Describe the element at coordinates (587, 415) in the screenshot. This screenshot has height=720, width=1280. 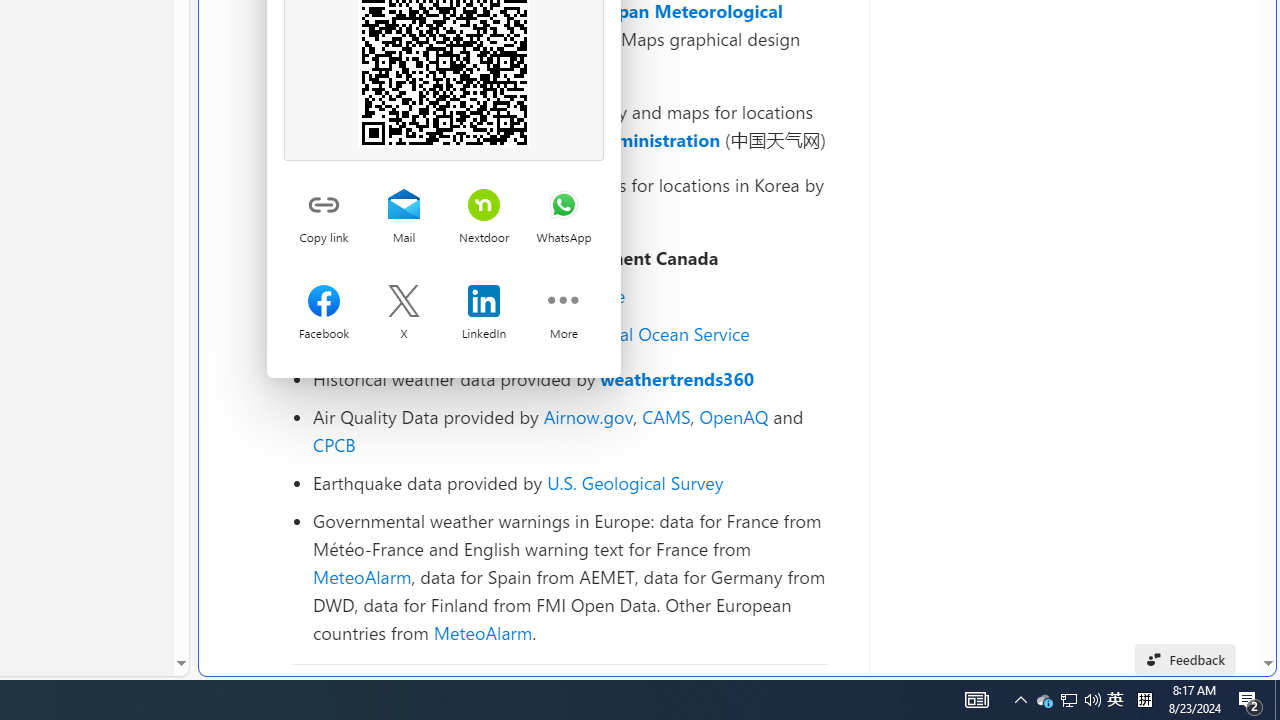
I see `'Airnow.gov'` at that location.